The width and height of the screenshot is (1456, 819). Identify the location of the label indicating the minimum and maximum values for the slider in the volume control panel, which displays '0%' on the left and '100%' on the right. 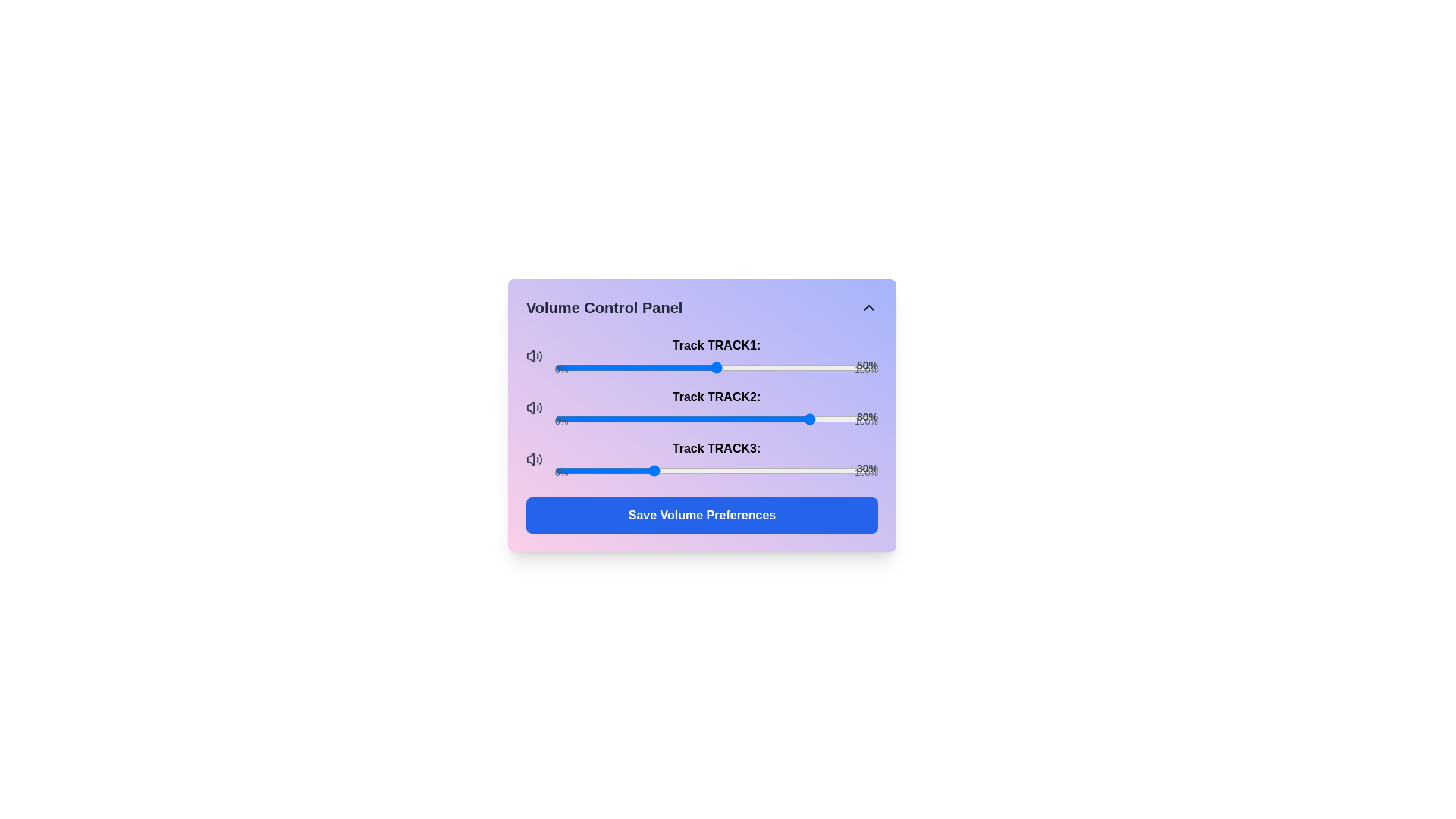
(716, 370).